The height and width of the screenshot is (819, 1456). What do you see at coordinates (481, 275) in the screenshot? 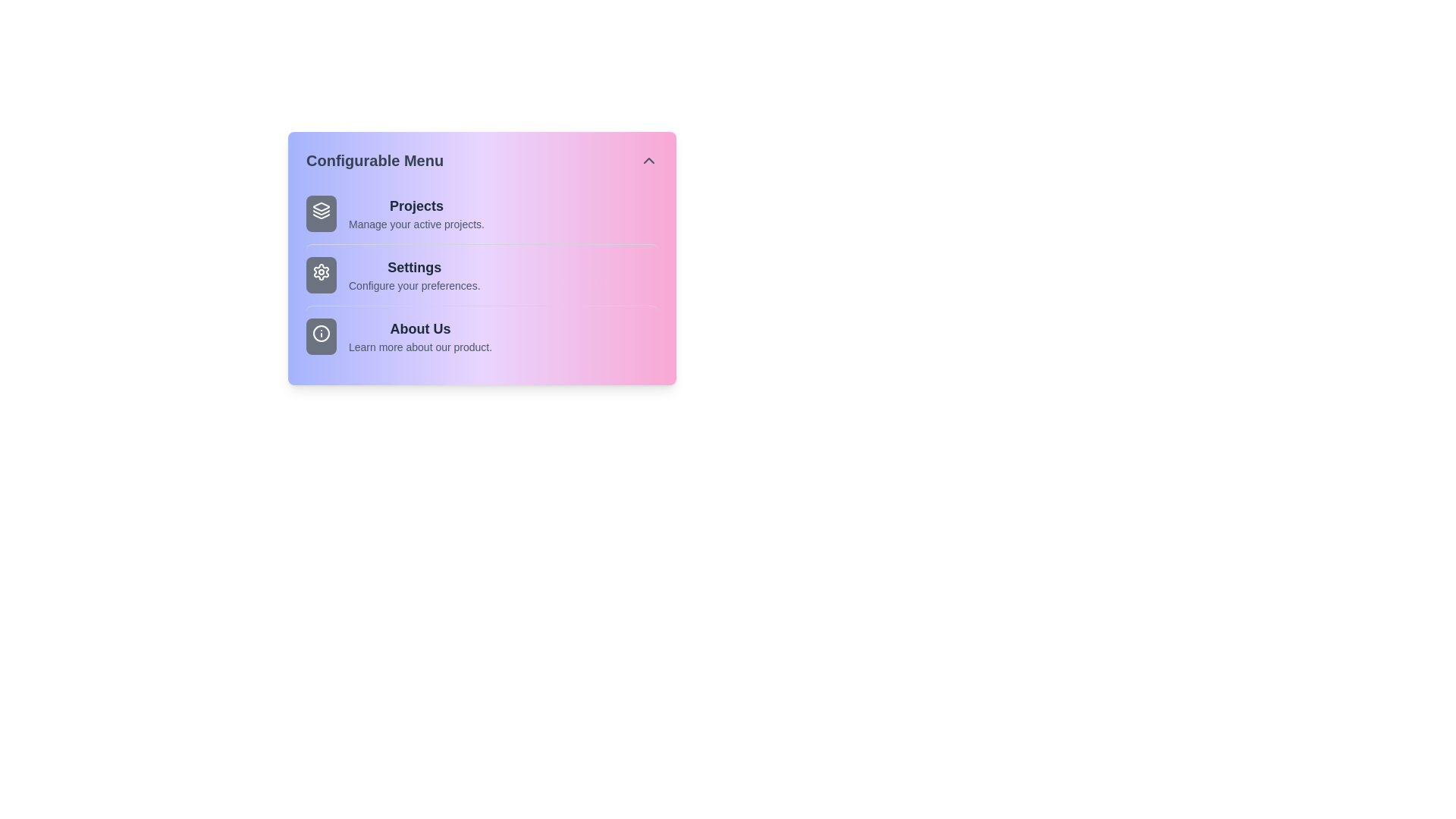
I see `the menu item Settings by clicking on it` at bounding box center [481, 275].